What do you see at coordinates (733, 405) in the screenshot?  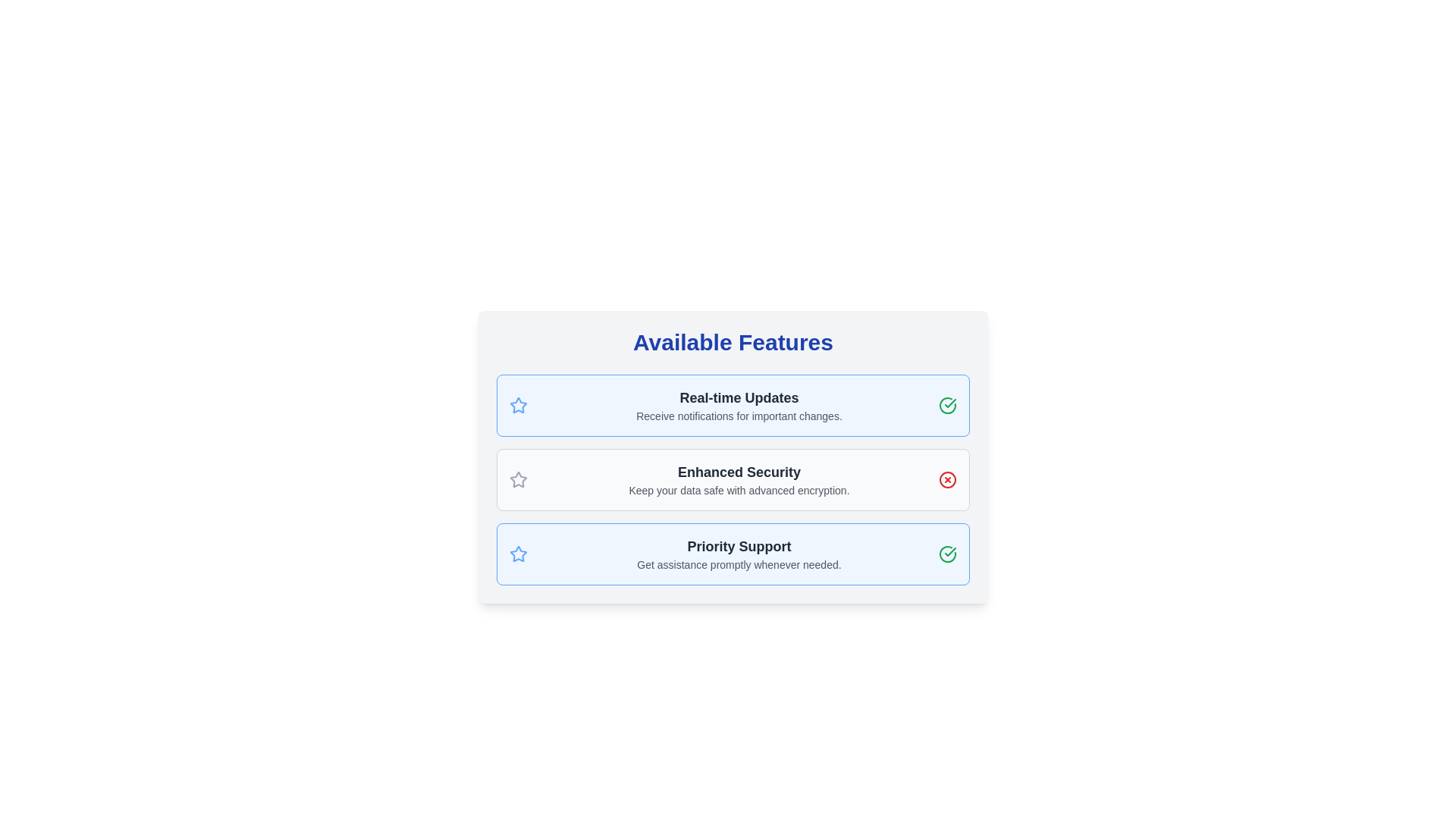 I see `the subtitle 'Receive notifications for important changes.' from the Feature Card titled 'Real-time Updates', which has a light-blue background and is the first item in the 'Available Features' list` at bounding box center [733, 405].